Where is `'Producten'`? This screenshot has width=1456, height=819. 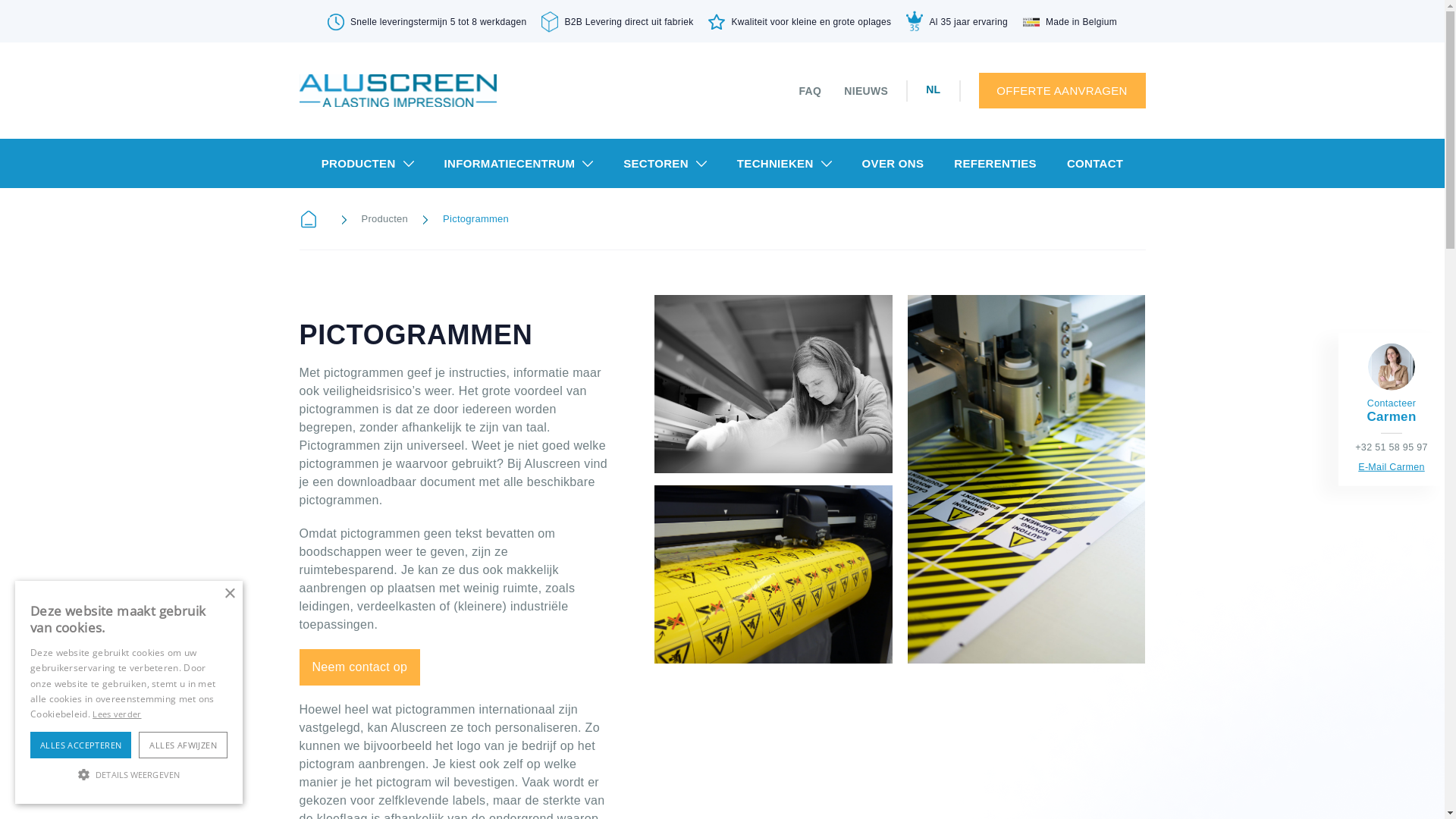
'Producten' is located at coordinates (384, 219).